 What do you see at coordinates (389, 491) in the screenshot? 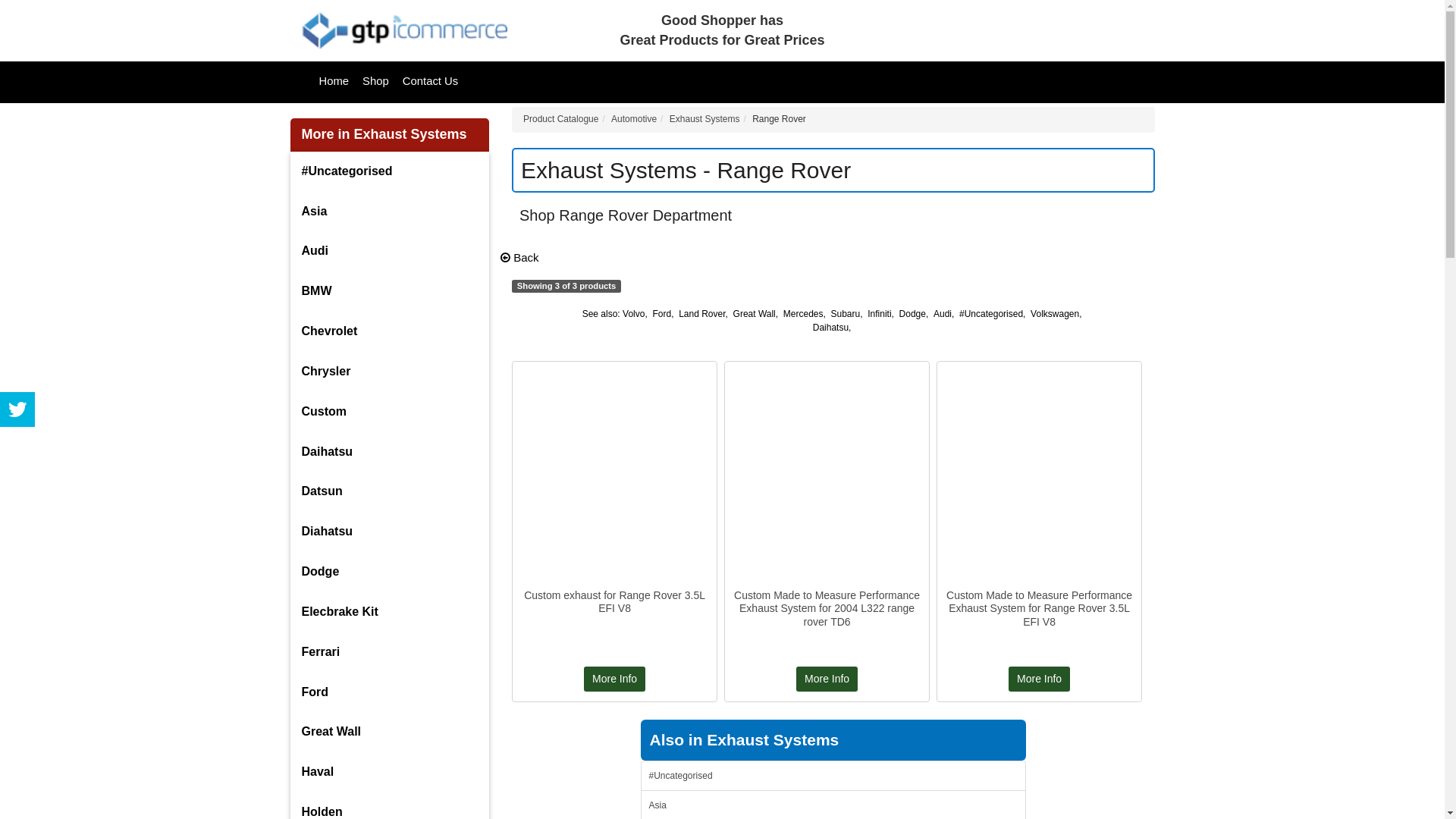
I see `'Datsun'` at bounding box center [389, 491].